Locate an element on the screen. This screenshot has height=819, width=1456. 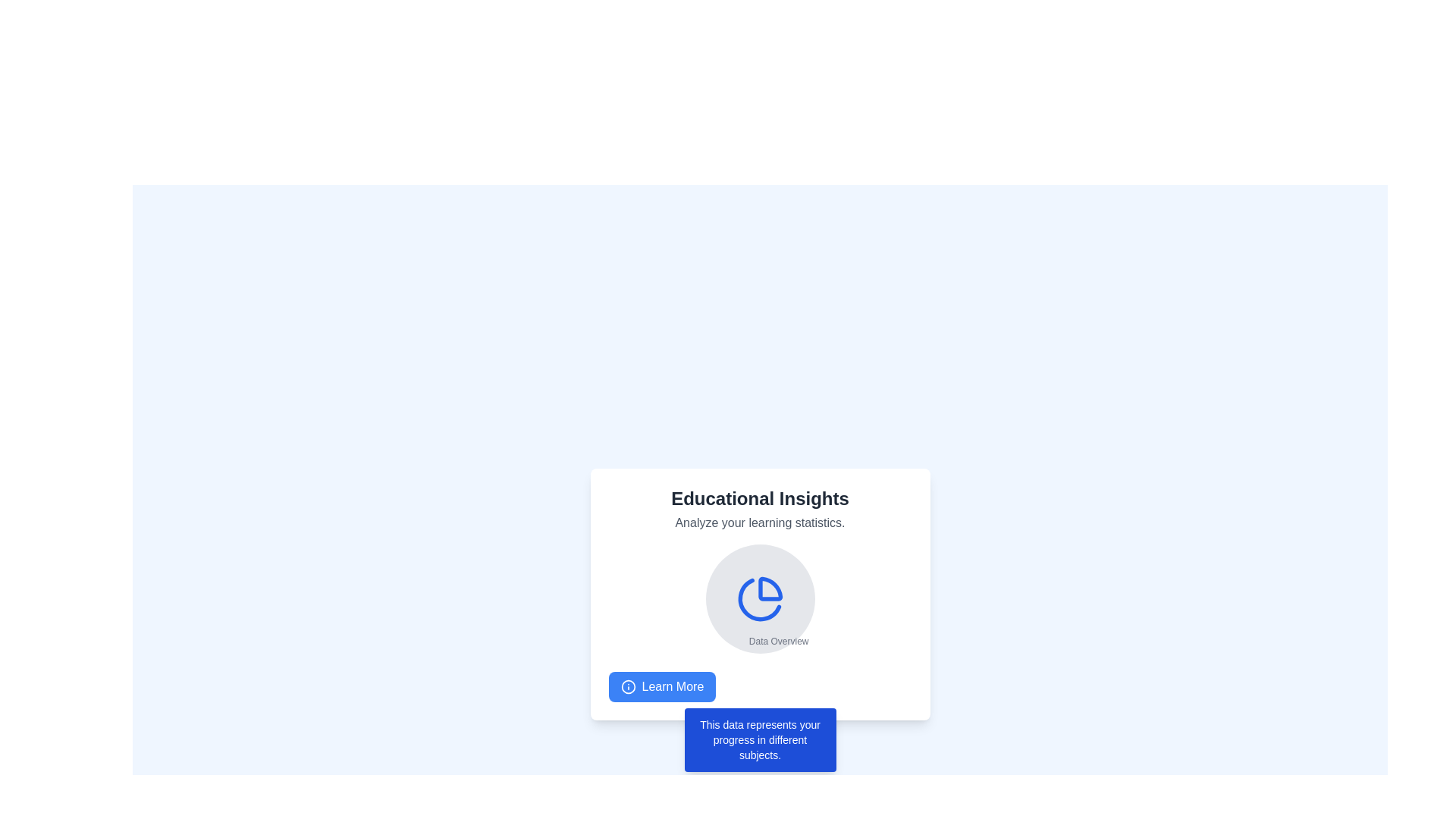
the SVG icon located inside the 'Learn More' button, which is positioned immediately to the left of the 'Learn More' text within a blue rectangular button is located at coordinates (628, 687).